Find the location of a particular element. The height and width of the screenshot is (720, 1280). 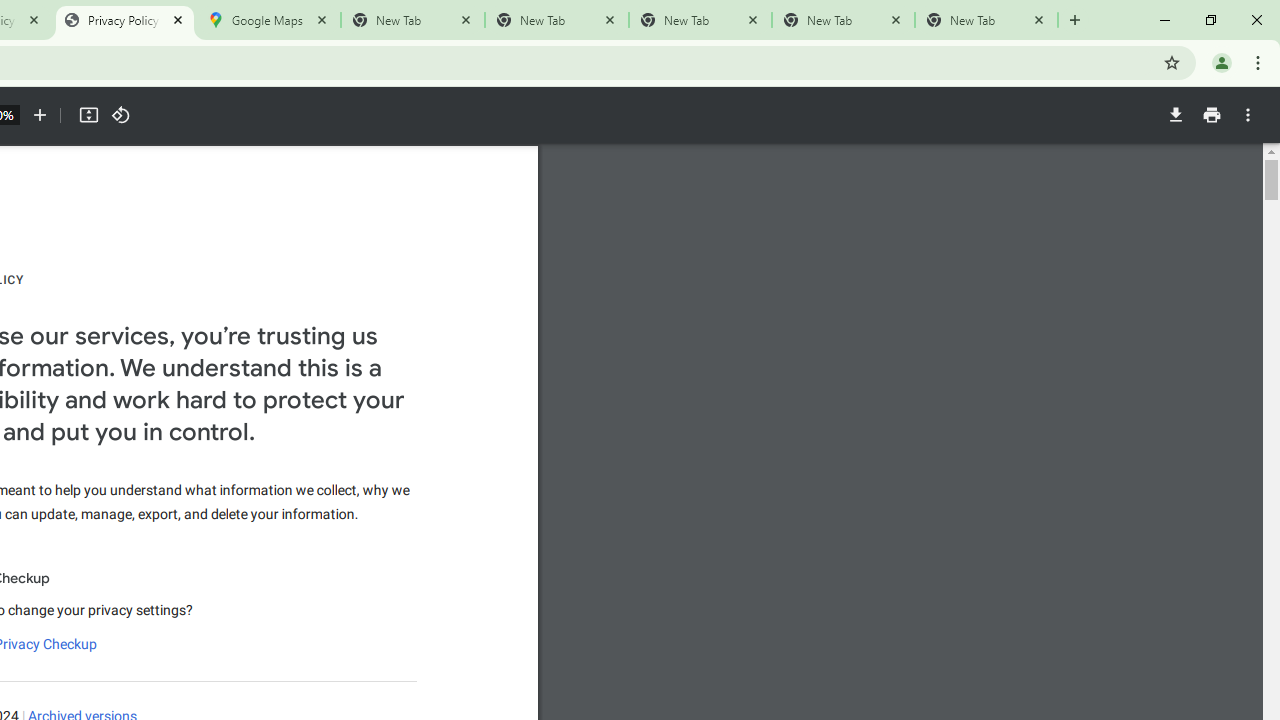

'Fit to page' is located at coordinates (87, 115).